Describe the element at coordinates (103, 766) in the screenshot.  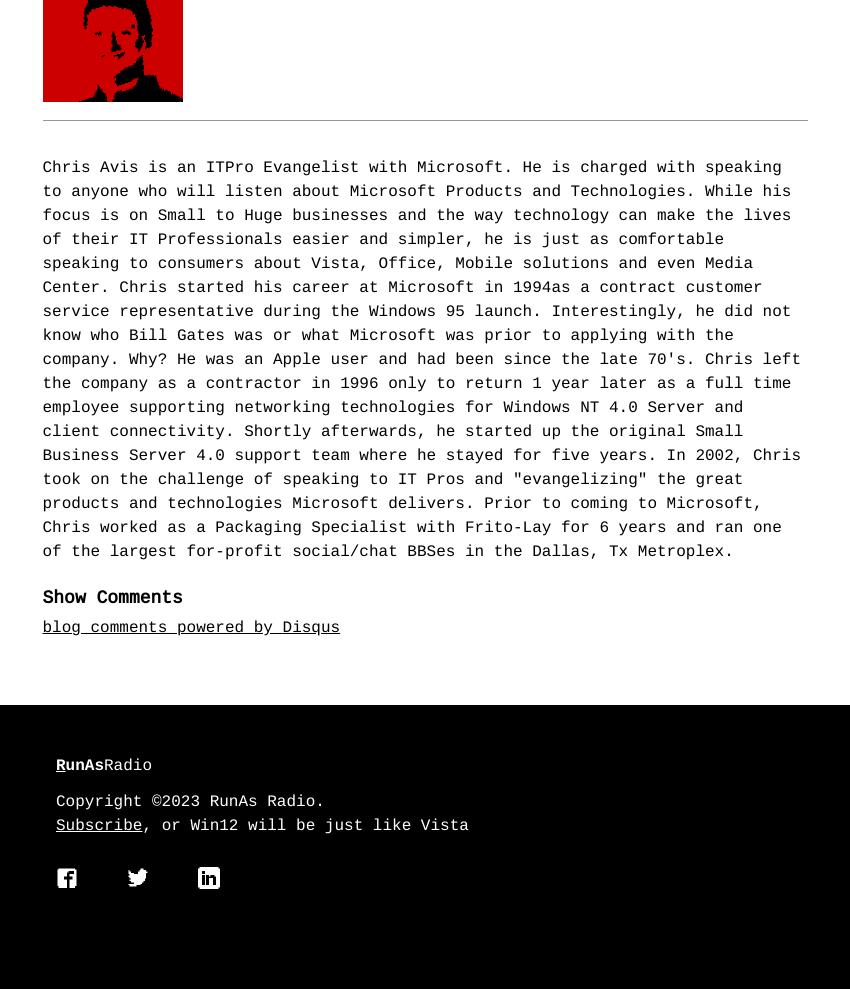
I see `'Radio'` at that location.